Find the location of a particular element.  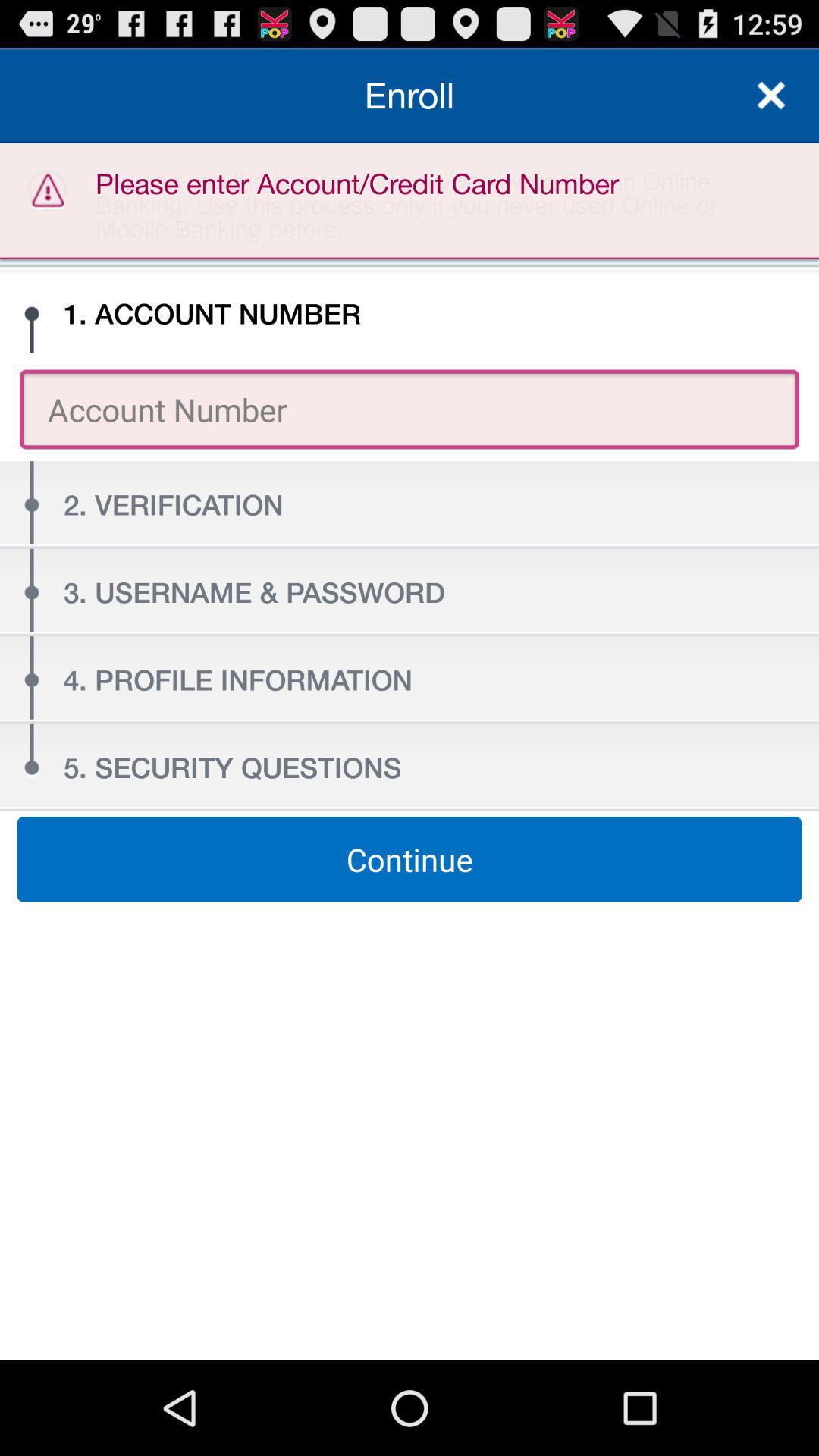

enroll icon is located at coordinates (409, 94).